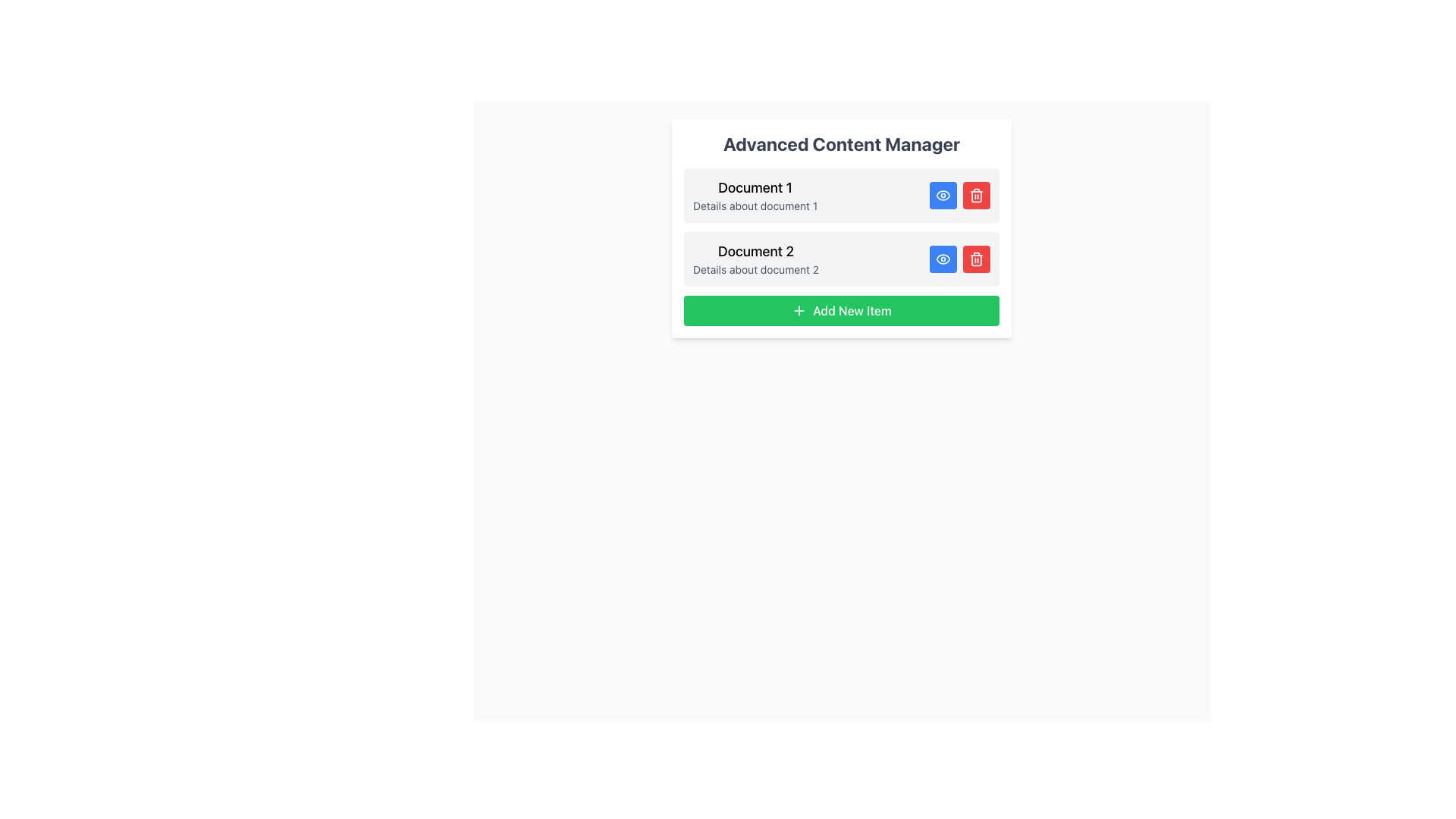 The width and height of the screenshot is (1456, 819). What do you see at coordinates (976, 195) in the screenshot?
I see `the red button with a trash can icon, which is the second button from the right in the group of buttons` at bounding box center [976, 195].